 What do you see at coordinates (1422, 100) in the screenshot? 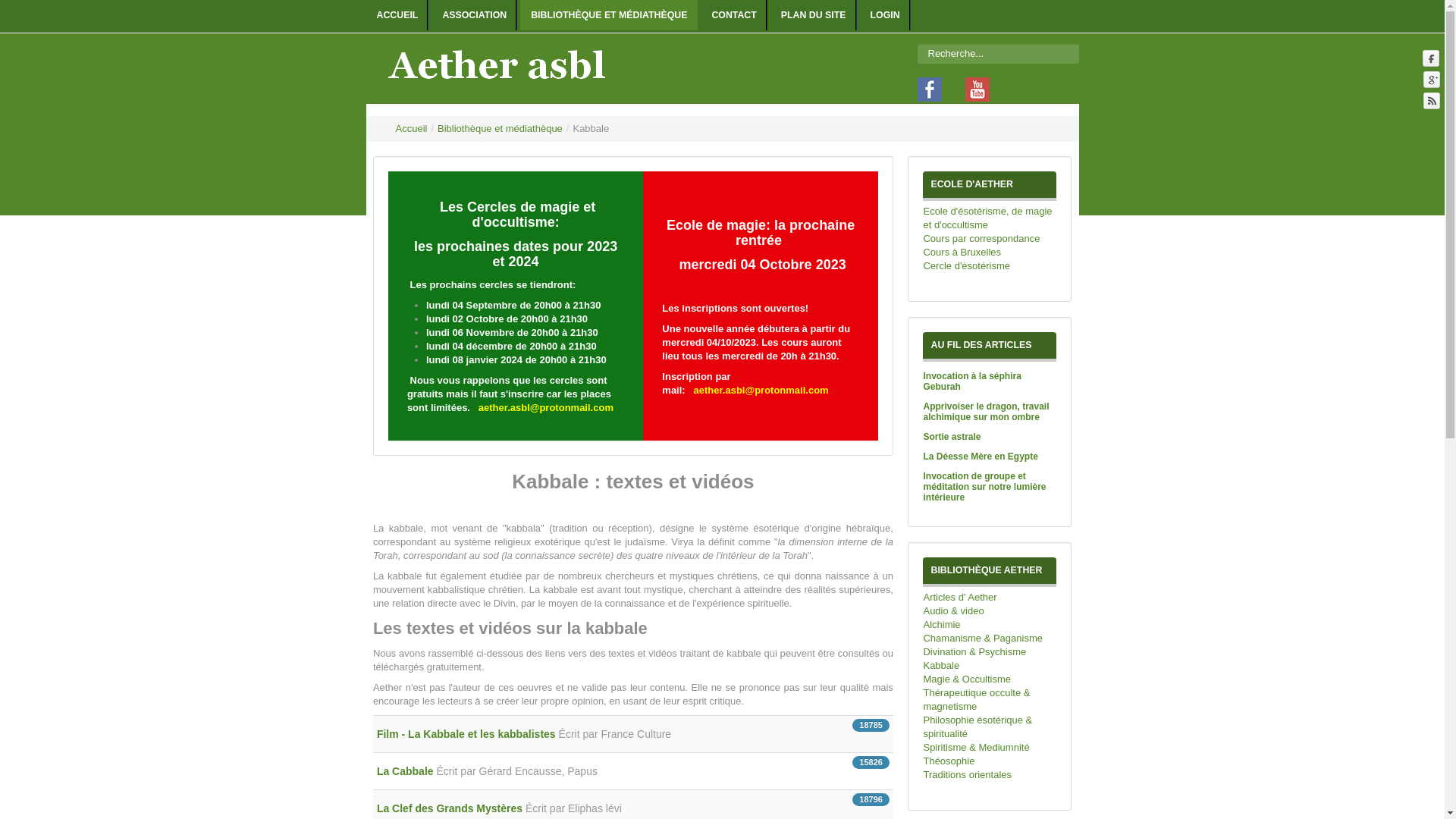
I see `'RSS Feed'` at bounding box center [1422, 100].